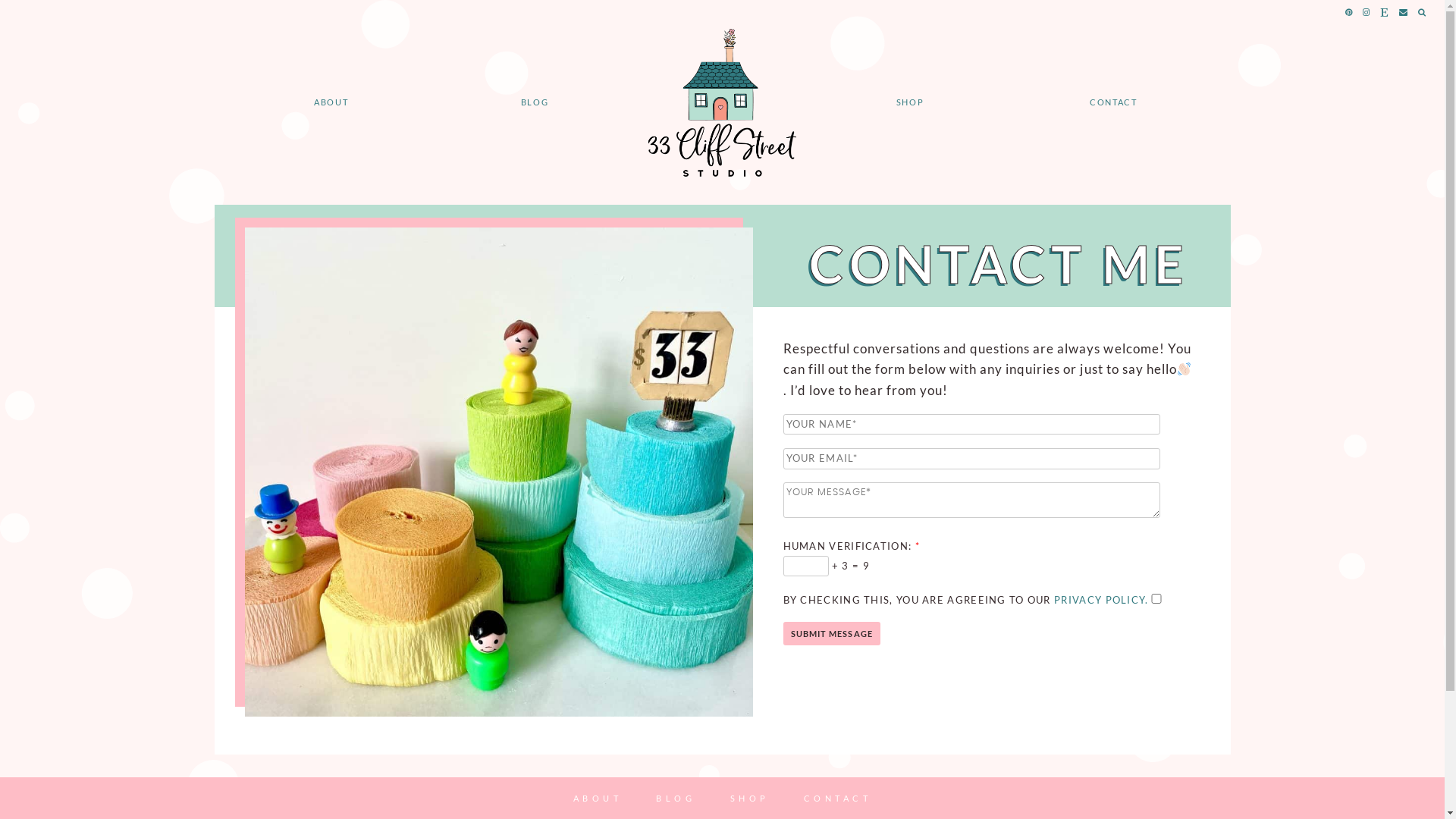 Image resolution: width=1456 pixels, height=819 pixels. What do you see at coordinates (675, 797) in the screenshot?
I see `'BLOG'` at bounding box center [675, 797].